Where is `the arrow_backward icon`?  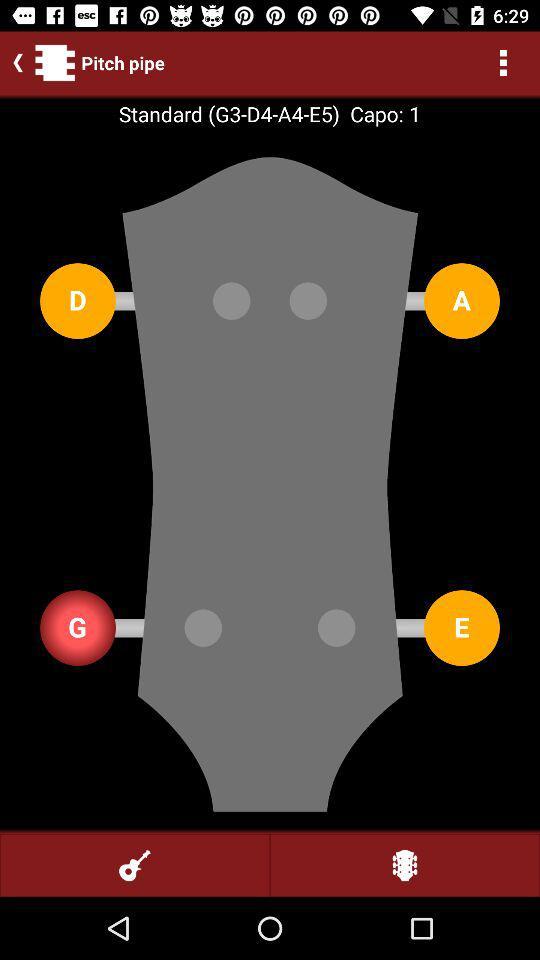 the arrow_backward icon is located at coordinates (13, 62).